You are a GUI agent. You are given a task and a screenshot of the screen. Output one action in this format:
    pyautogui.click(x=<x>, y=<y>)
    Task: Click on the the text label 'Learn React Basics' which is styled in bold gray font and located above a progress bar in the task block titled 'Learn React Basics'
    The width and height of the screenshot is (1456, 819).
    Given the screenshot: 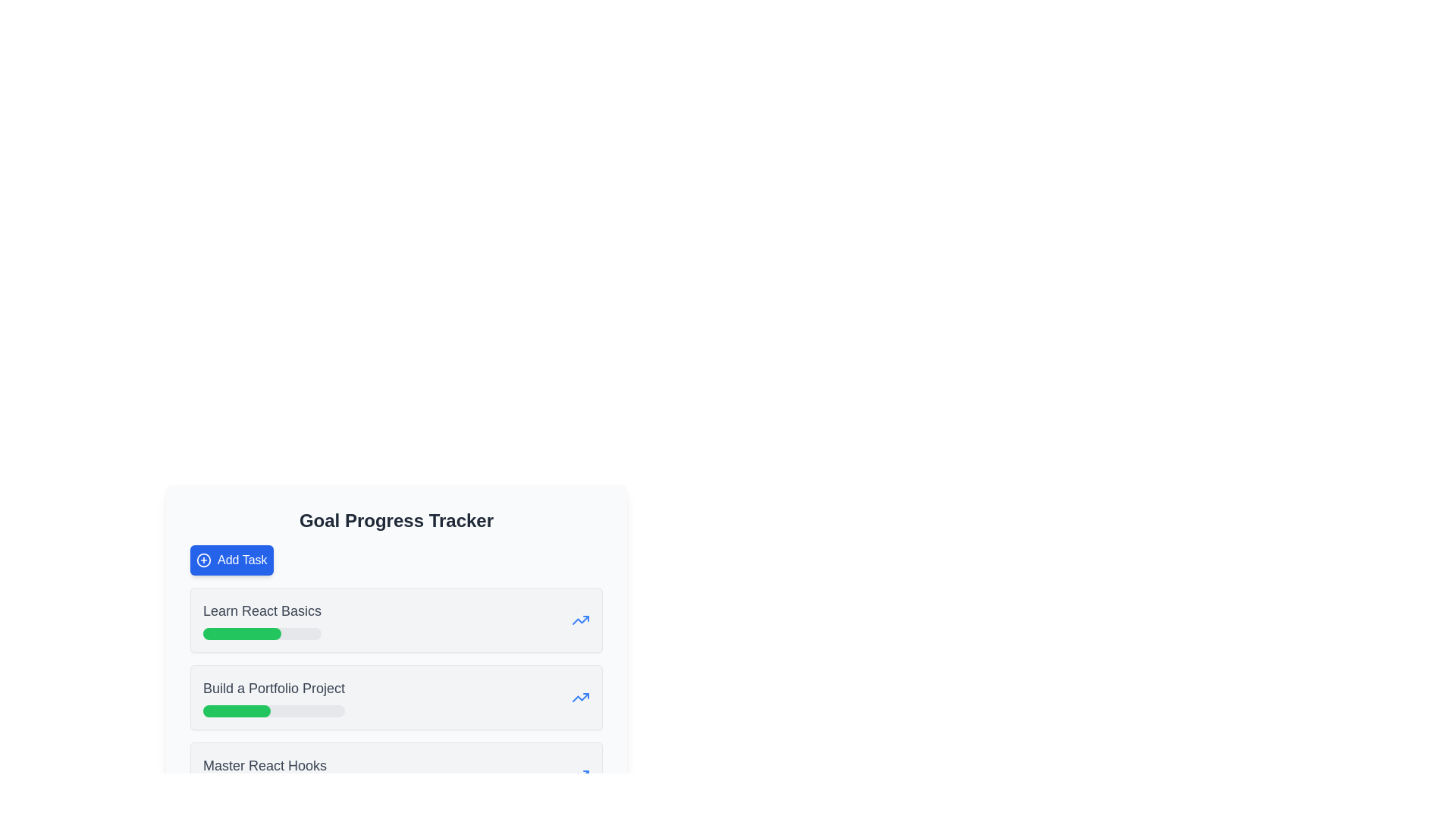 What is the action you would take?
    pyautogui.click(x=262, y=620)
    